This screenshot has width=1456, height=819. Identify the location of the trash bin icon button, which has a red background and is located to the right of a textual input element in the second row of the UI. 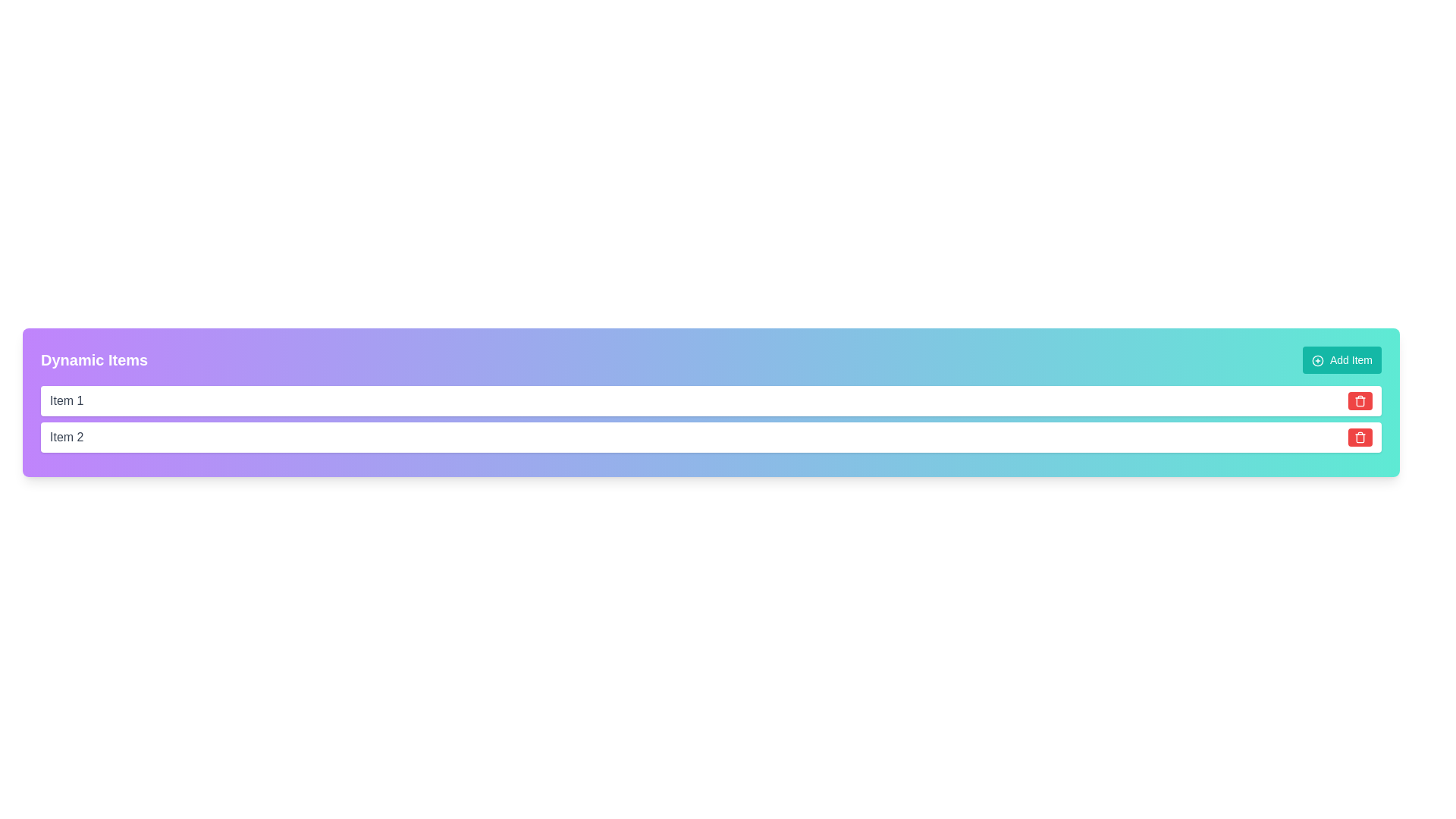
(1360, 400).